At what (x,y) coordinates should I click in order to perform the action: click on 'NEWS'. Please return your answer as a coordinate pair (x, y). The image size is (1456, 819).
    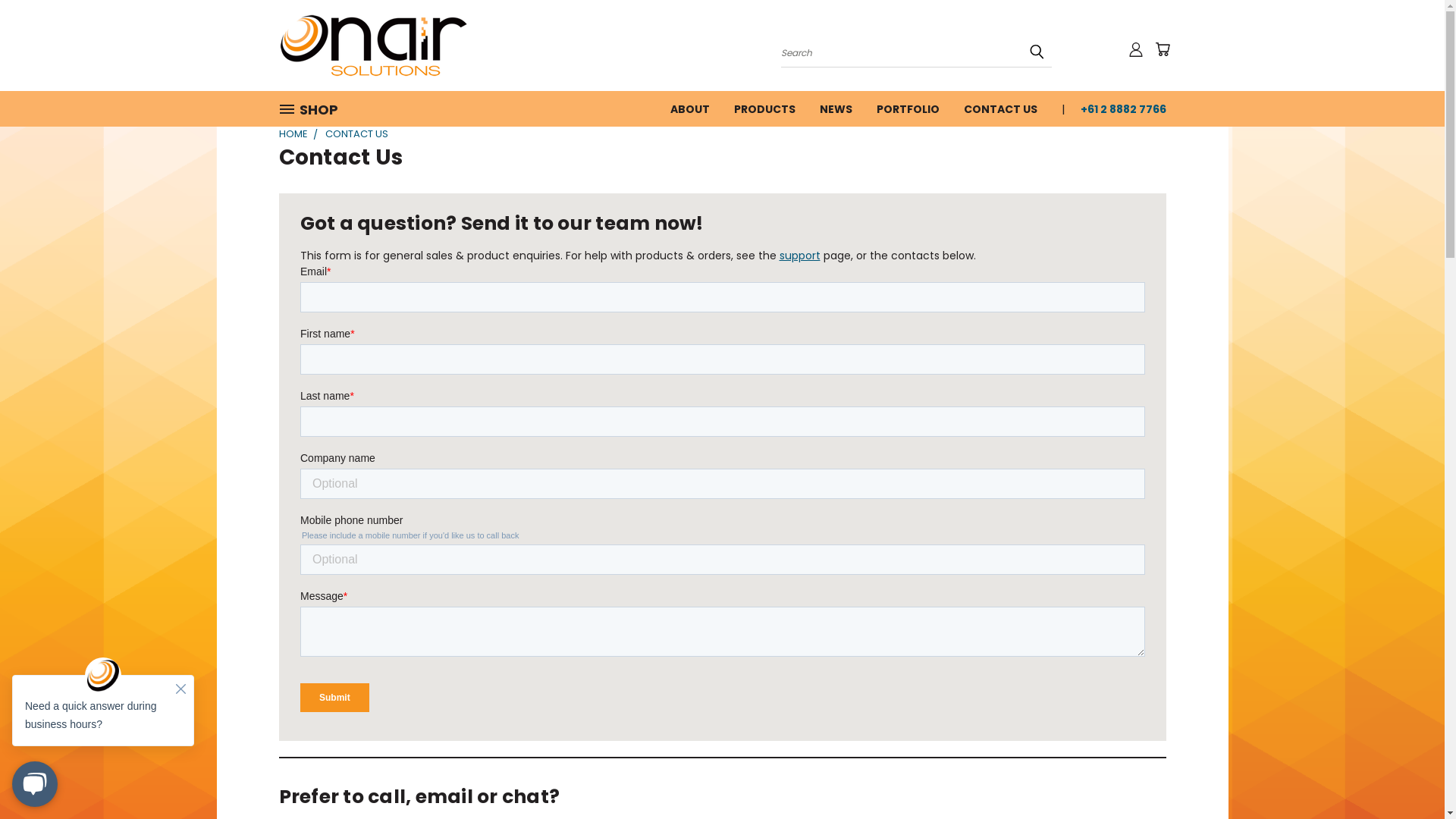
    Looking at the image, I should click on (806, 107).